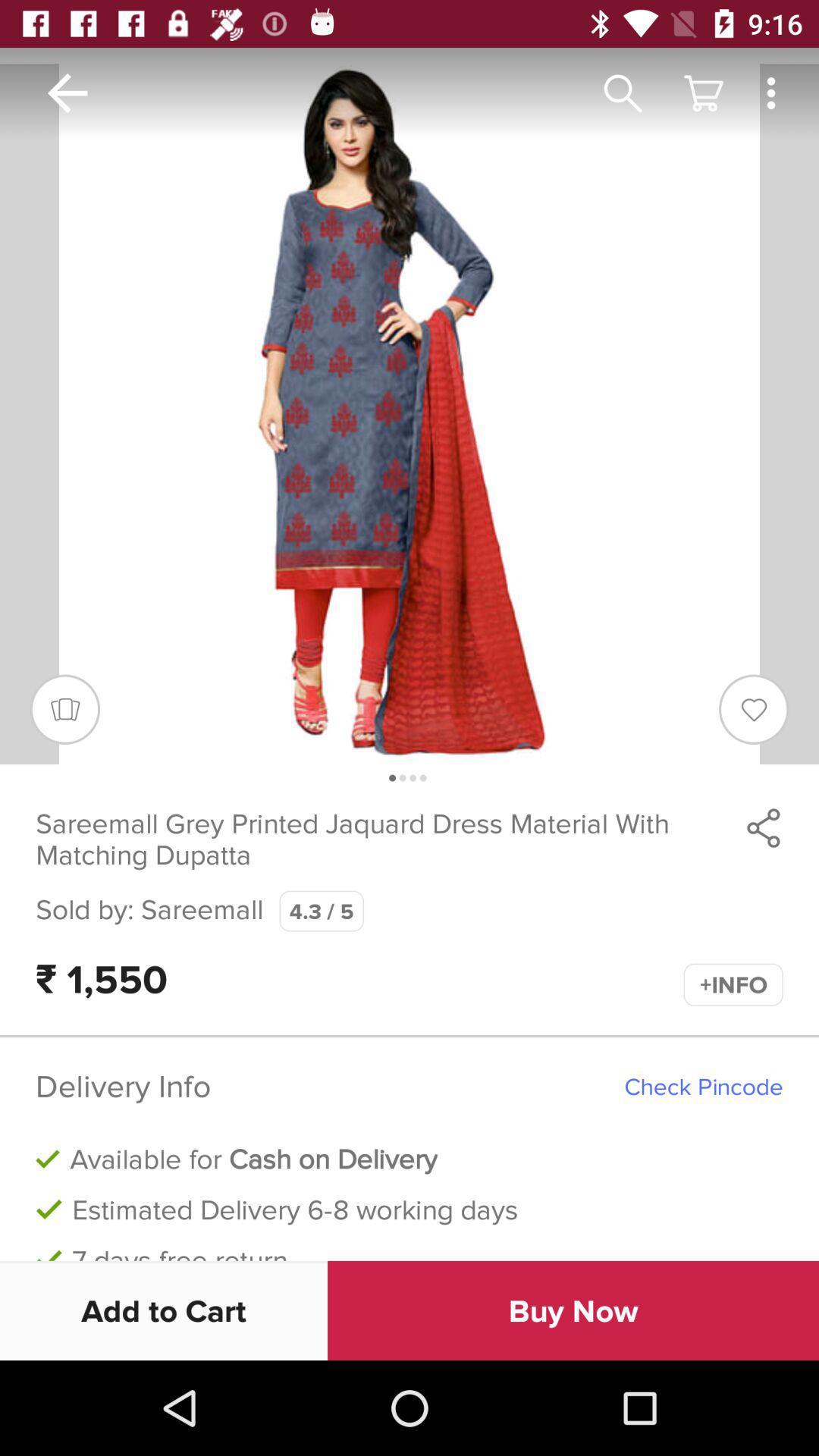  Describe the element at coordinates (763, 827) in the screenshot. I see `the share icon` at that location.